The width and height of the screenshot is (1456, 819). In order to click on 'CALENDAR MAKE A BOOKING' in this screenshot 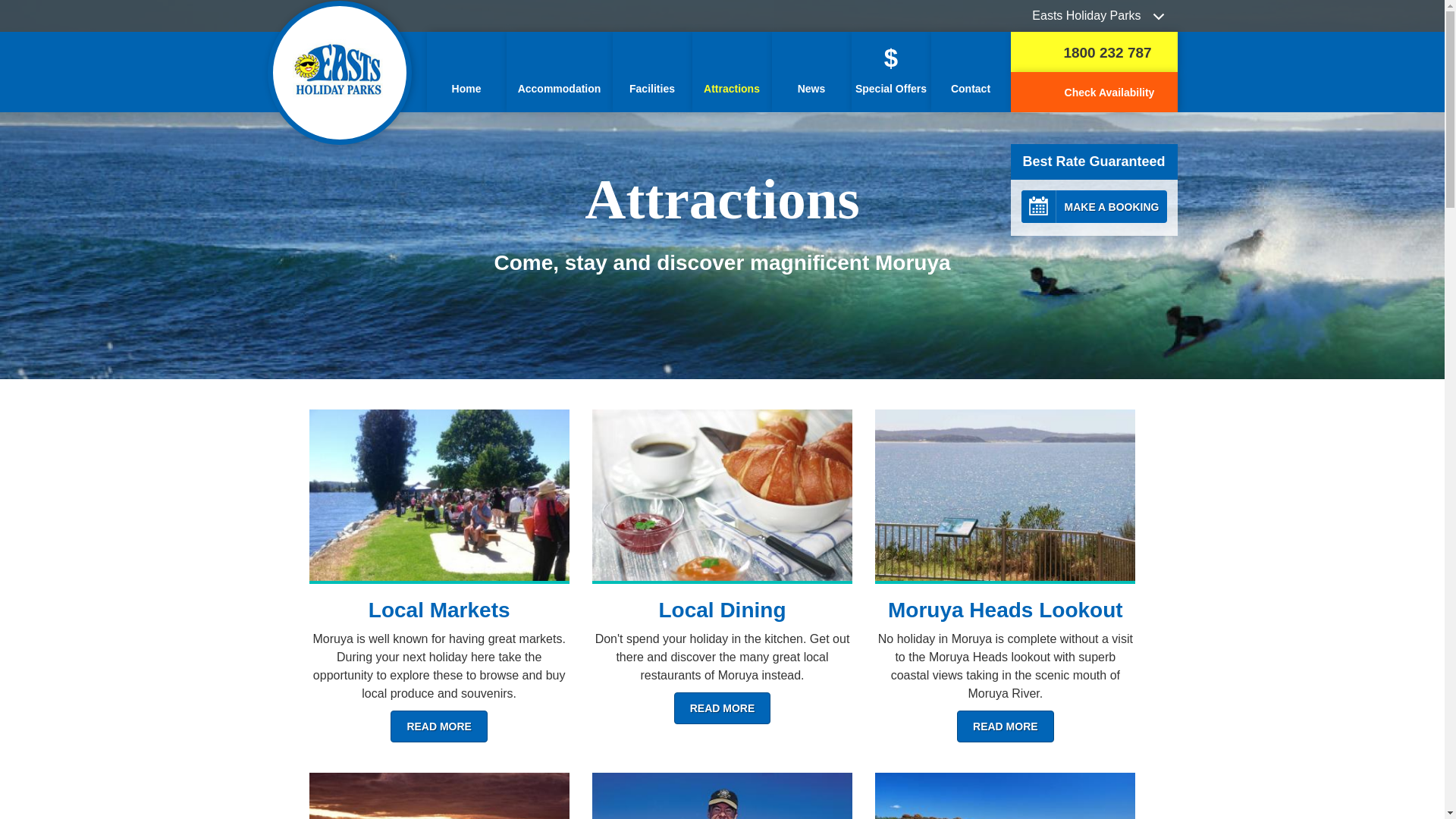, I will do `click(1094, 206)`.